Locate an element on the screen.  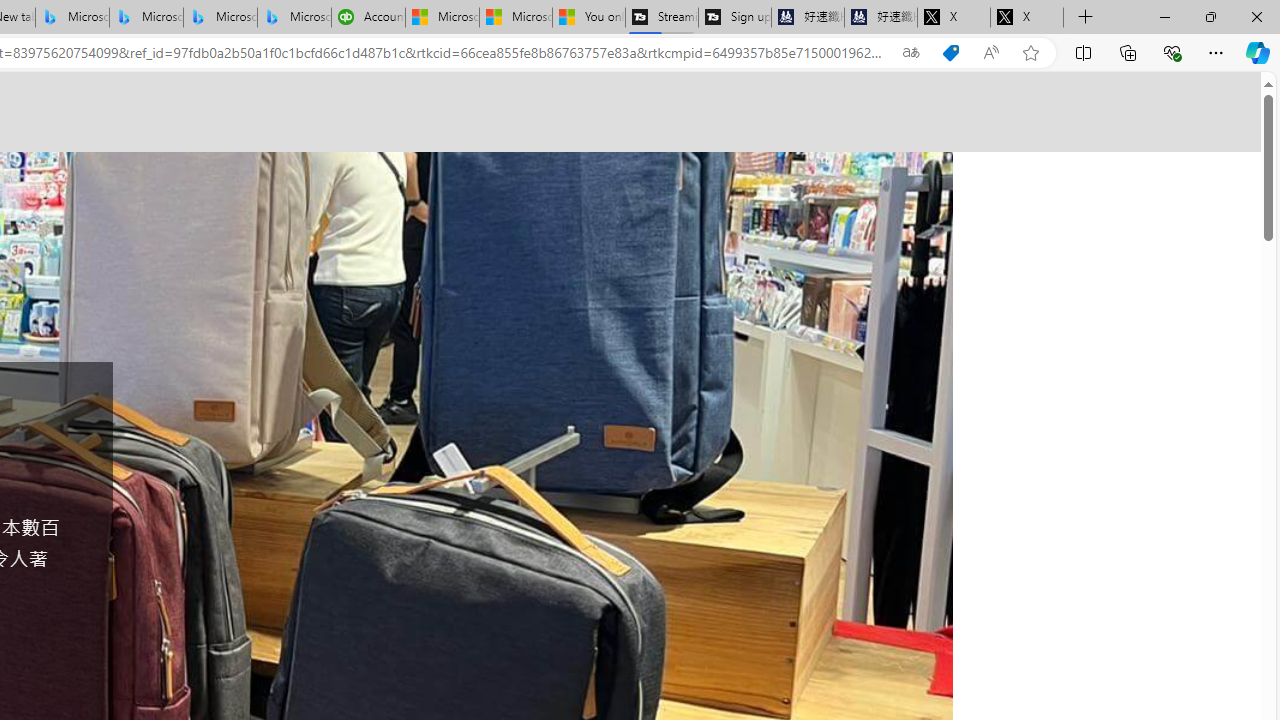
'This site has coupons! Shopping in Microsoft Edge' is located at coordinates (950, 52).